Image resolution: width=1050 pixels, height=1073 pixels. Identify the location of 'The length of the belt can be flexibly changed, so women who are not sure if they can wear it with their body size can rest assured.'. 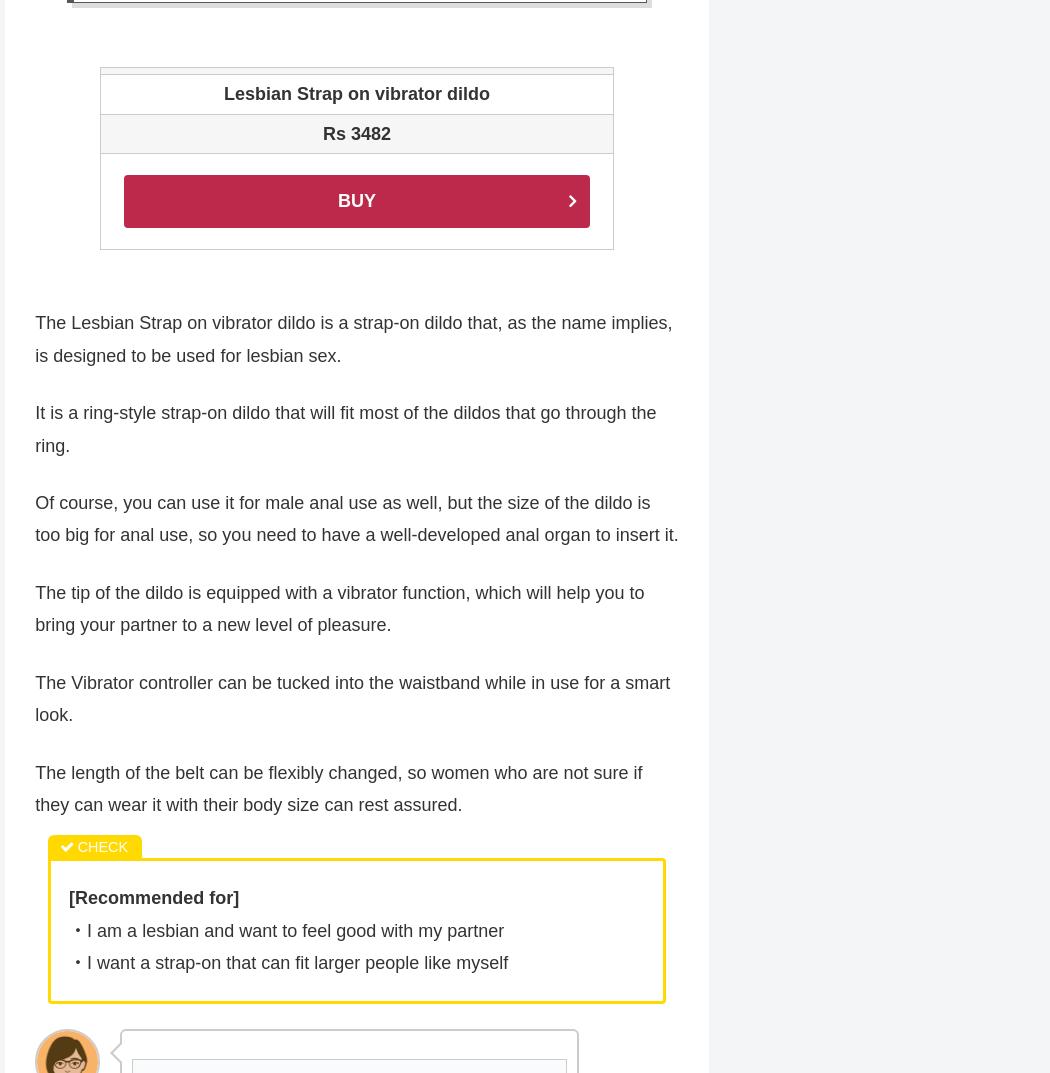
(338, 791).